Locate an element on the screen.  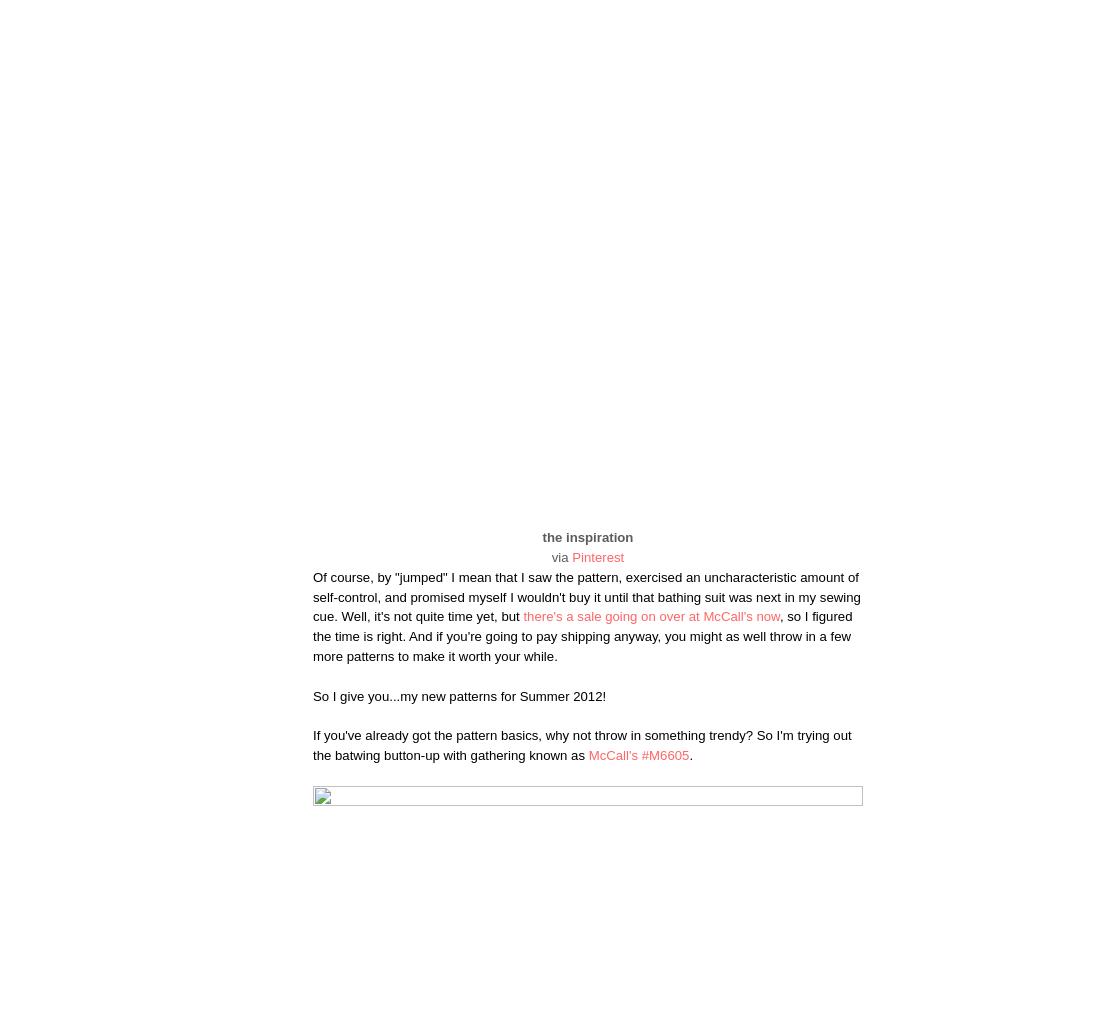
'.' is located at coordinates (690, 753).